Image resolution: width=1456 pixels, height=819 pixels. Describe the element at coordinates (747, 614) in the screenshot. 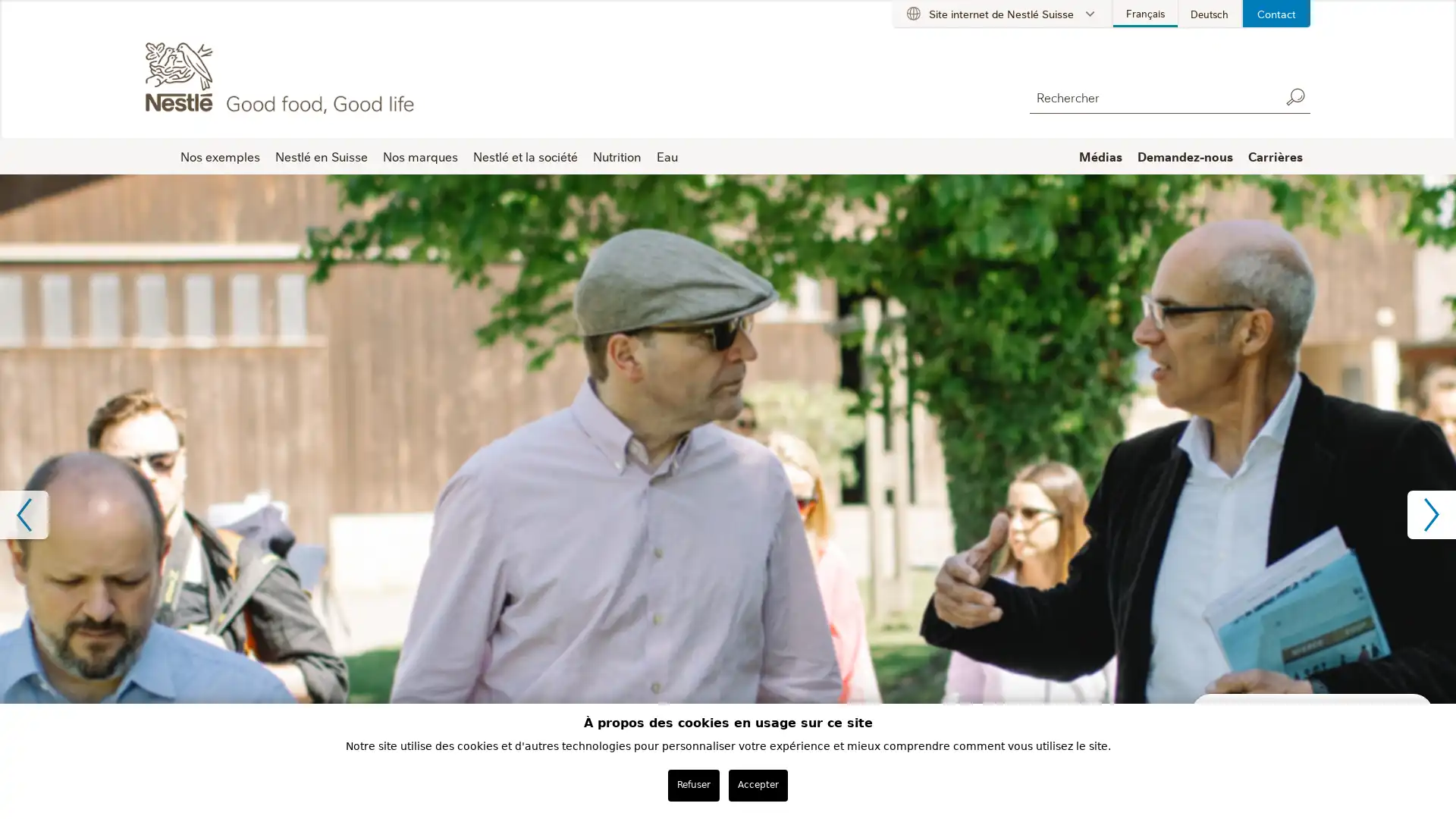

I see `4 of 5` at that location.